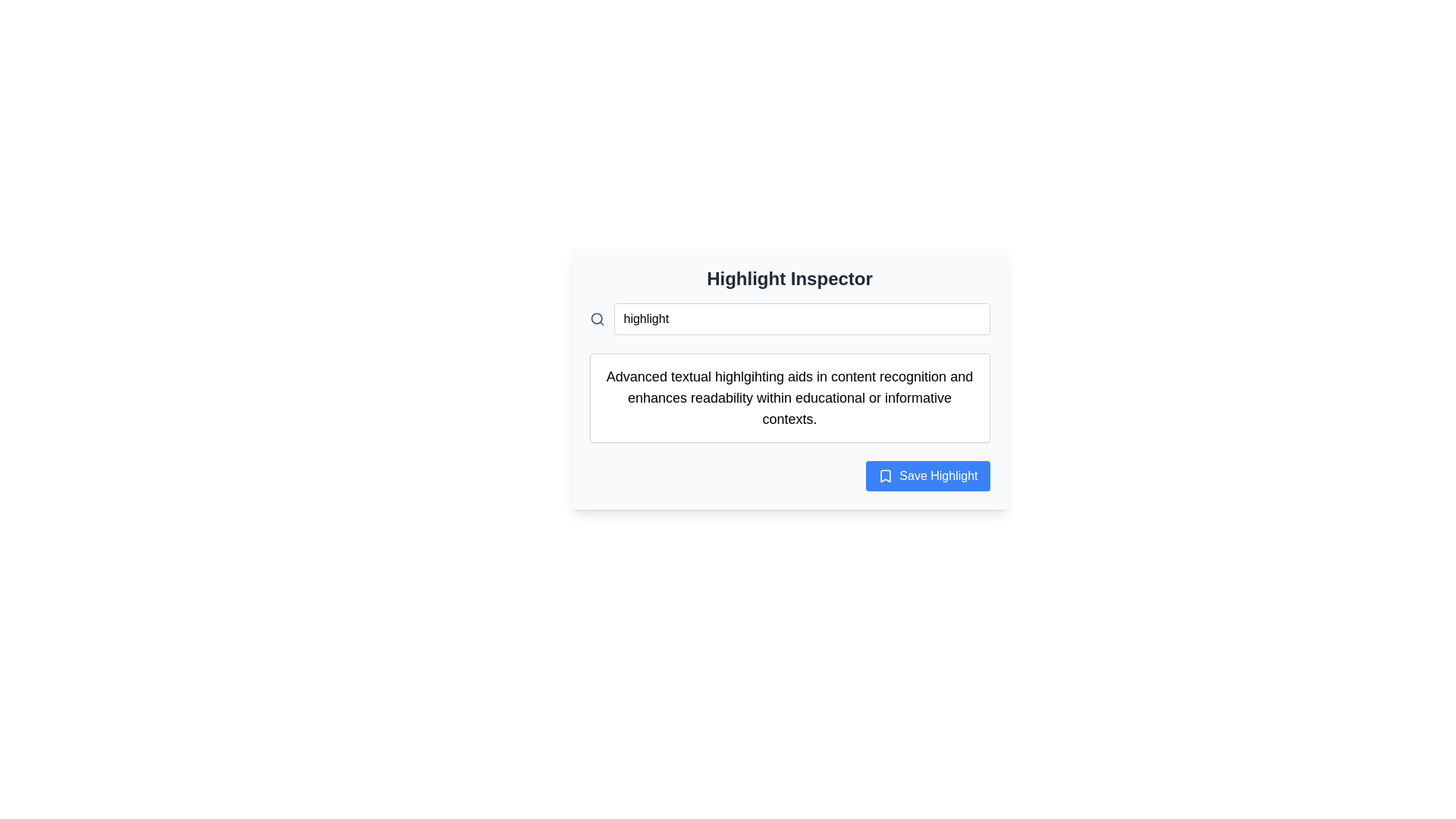 The image size is (1456, 819). Describe the element at coordinates (789, 397) in the screenshot. I see `descriptive text from the text box located beneath the 'highlight' search input and above the 'Save Highlight' button` at that location.